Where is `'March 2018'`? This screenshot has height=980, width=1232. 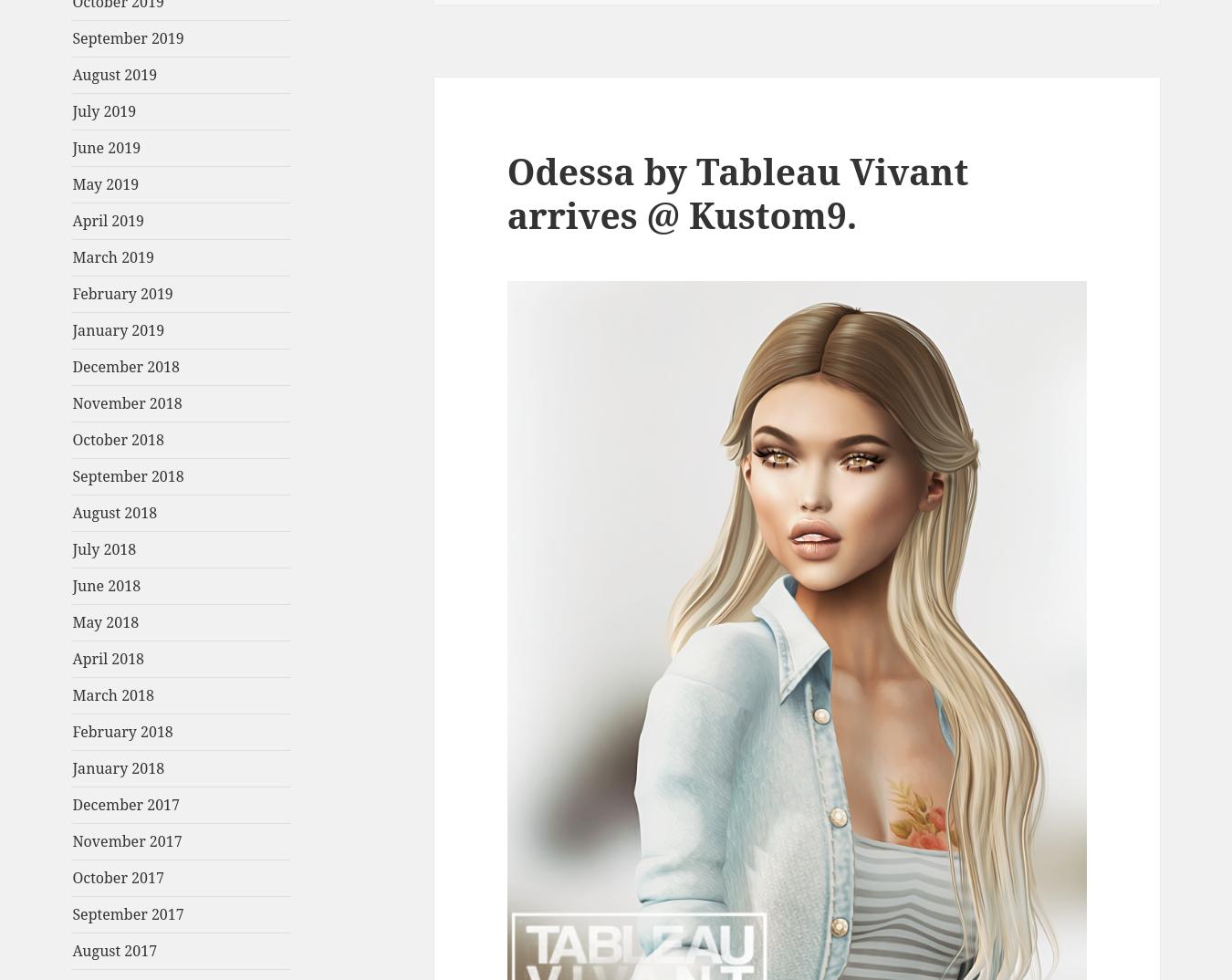
'March 2018' is located at coordinates (112, 694).